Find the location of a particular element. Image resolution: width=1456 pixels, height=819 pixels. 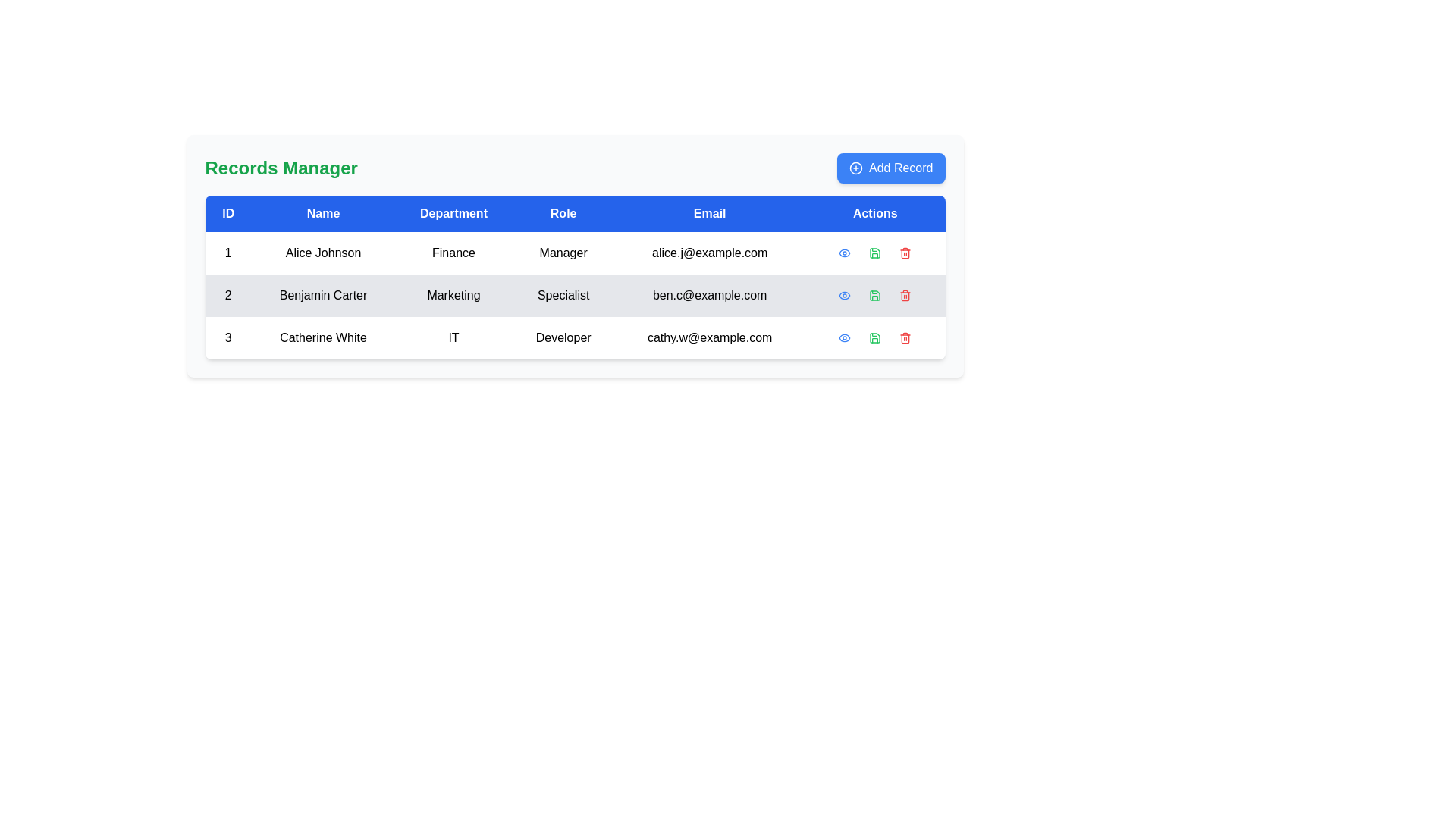

the blue button labeled 'Add Record' with a plus sign icon to initiate adding a record is located at coordinates (891, 168).